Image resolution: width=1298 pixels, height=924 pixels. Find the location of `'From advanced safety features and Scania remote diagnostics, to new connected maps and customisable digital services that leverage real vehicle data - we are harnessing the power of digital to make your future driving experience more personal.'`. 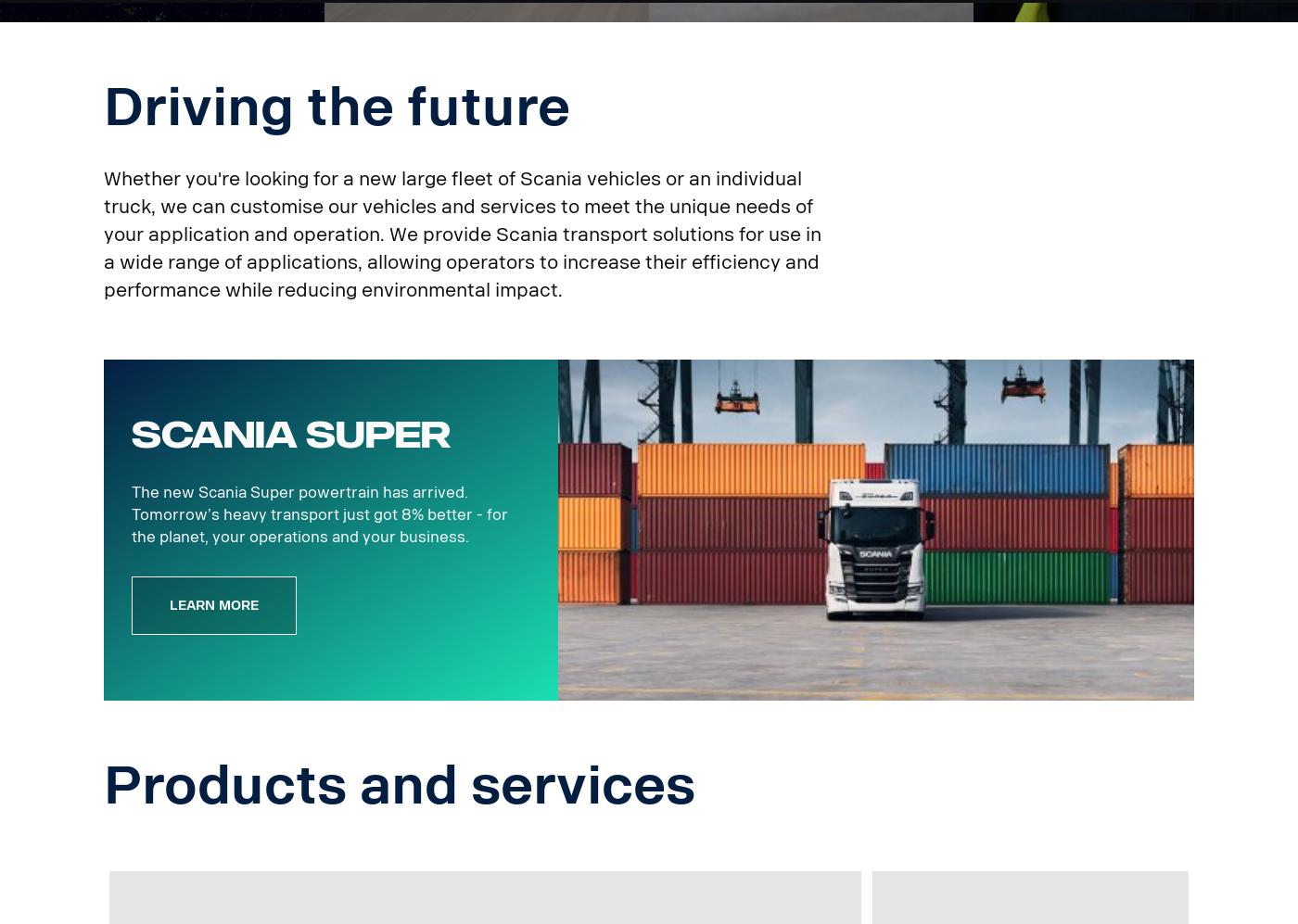

'From advanced safety features and Scania remote diagnostics, to new connected maps and customisable digital services that leverage real vehicle data - we are harnessing the power of digital to make your future driving experience more personal.' is located at coordinates (189, 99).